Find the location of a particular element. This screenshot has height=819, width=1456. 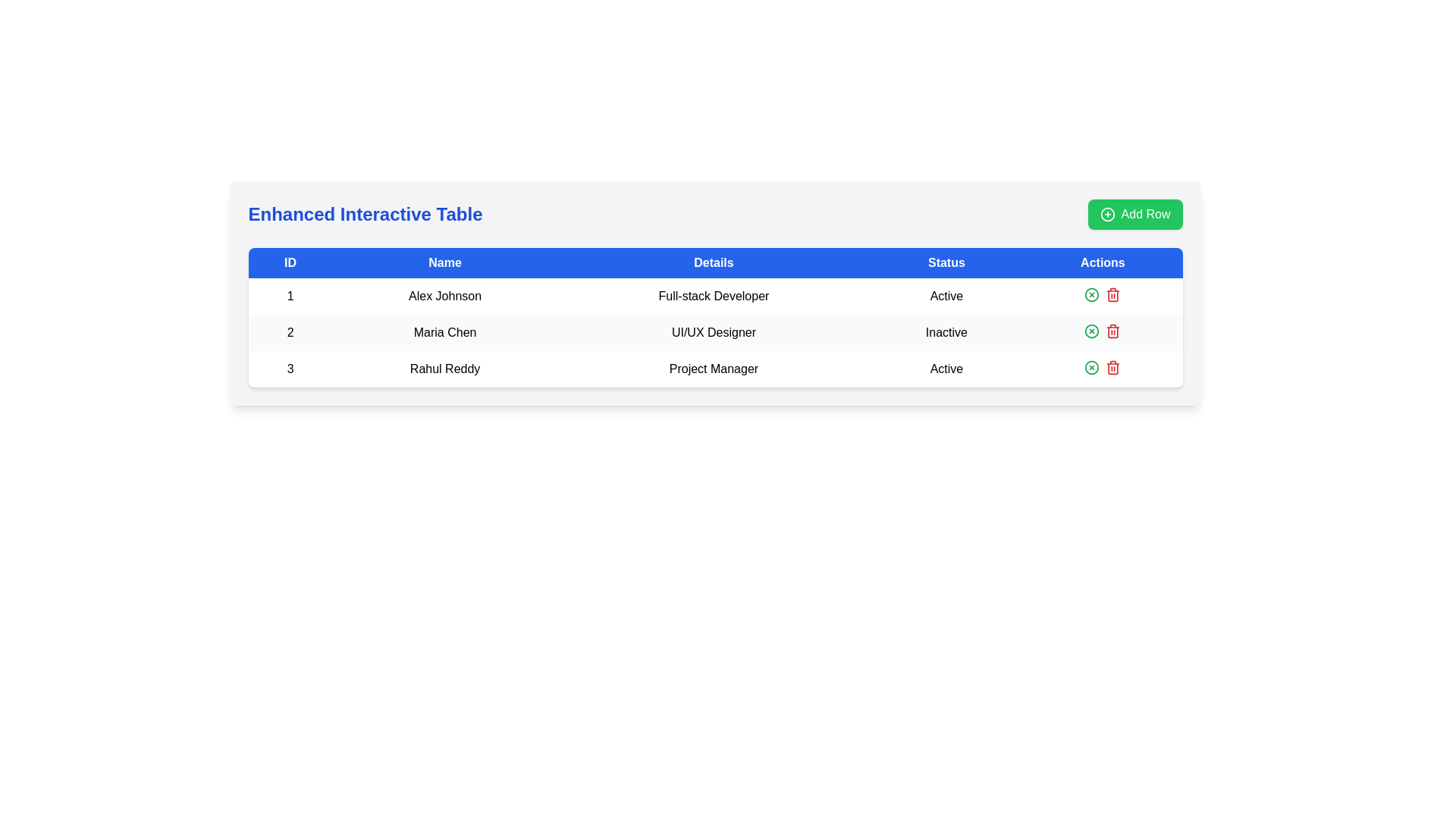

the header cell indicating 'Details' in the table, which is the third cell from the left in the header row is located at coordinates (713, 262).